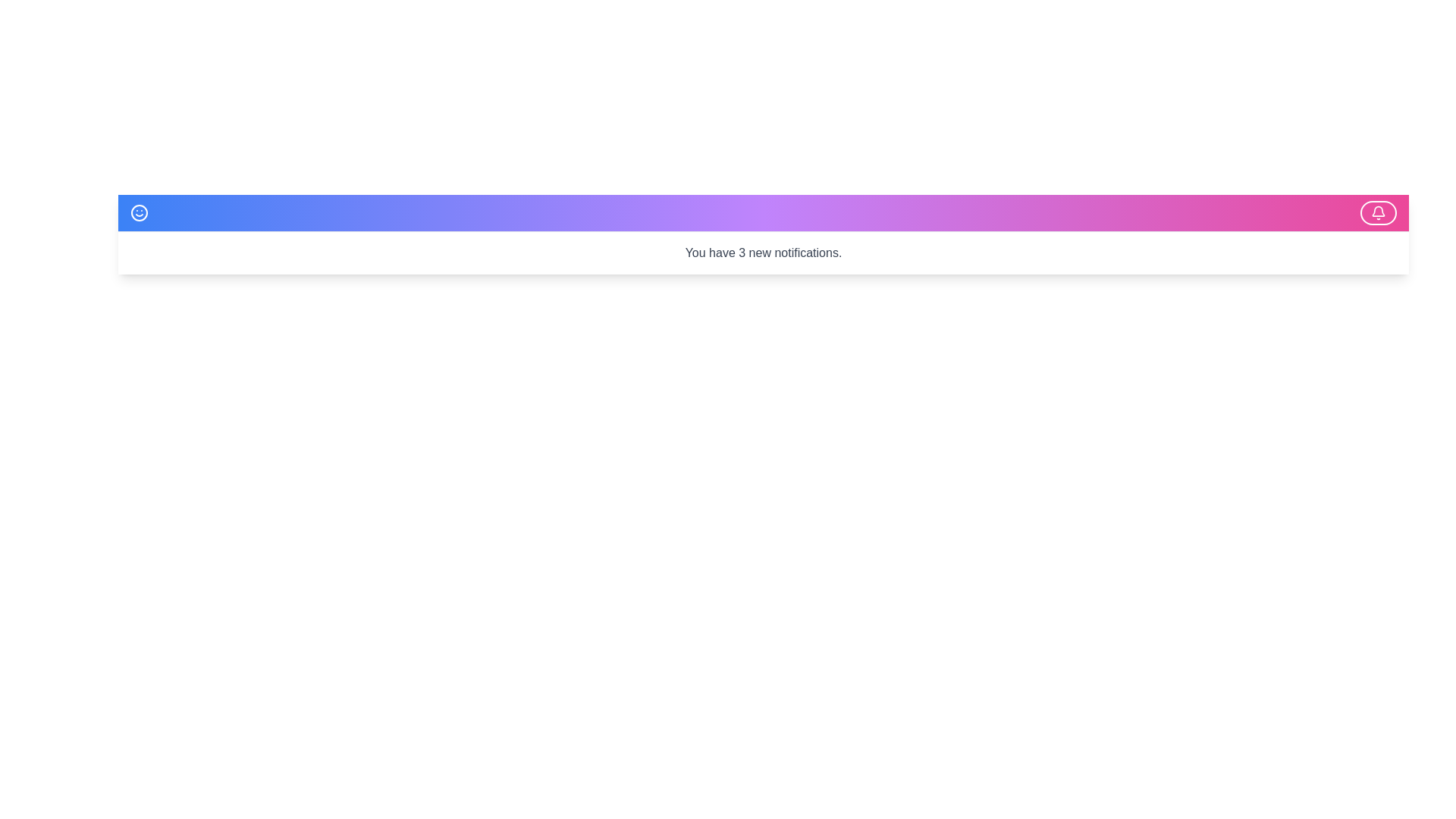  What do you see at coordinates (142, 213) in the screenshot?
I see `the smiley face icon, which is white against a blue background and located at the top-left corner of the bar` at bounding box center [142, 213].